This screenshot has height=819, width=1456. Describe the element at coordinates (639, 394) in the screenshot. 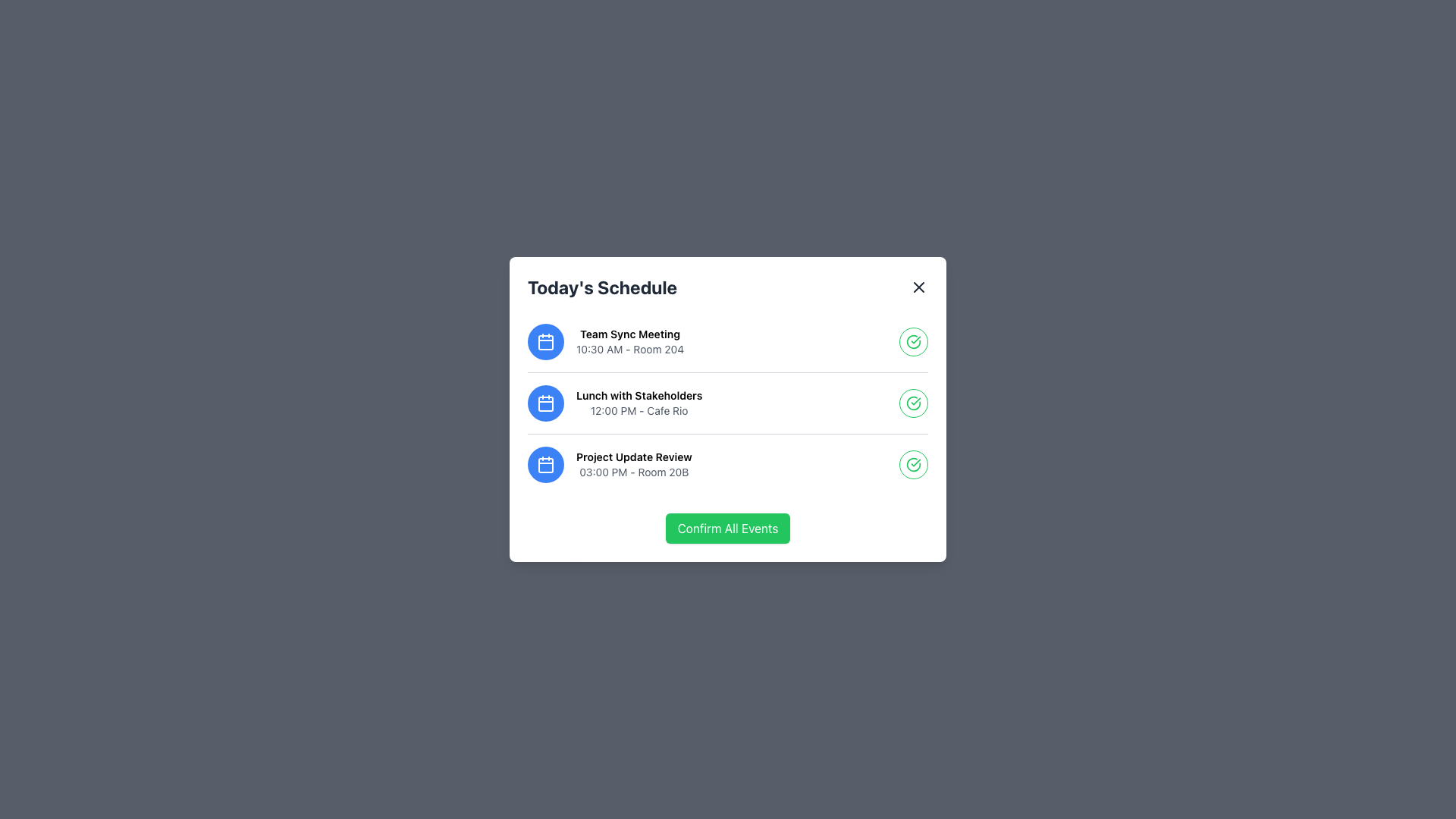

I see `the text element titled 'Lunch with Stakeholders', which is the second item in the schedule and is positioned centrally below 'Team Sync Meeting'` at that location.